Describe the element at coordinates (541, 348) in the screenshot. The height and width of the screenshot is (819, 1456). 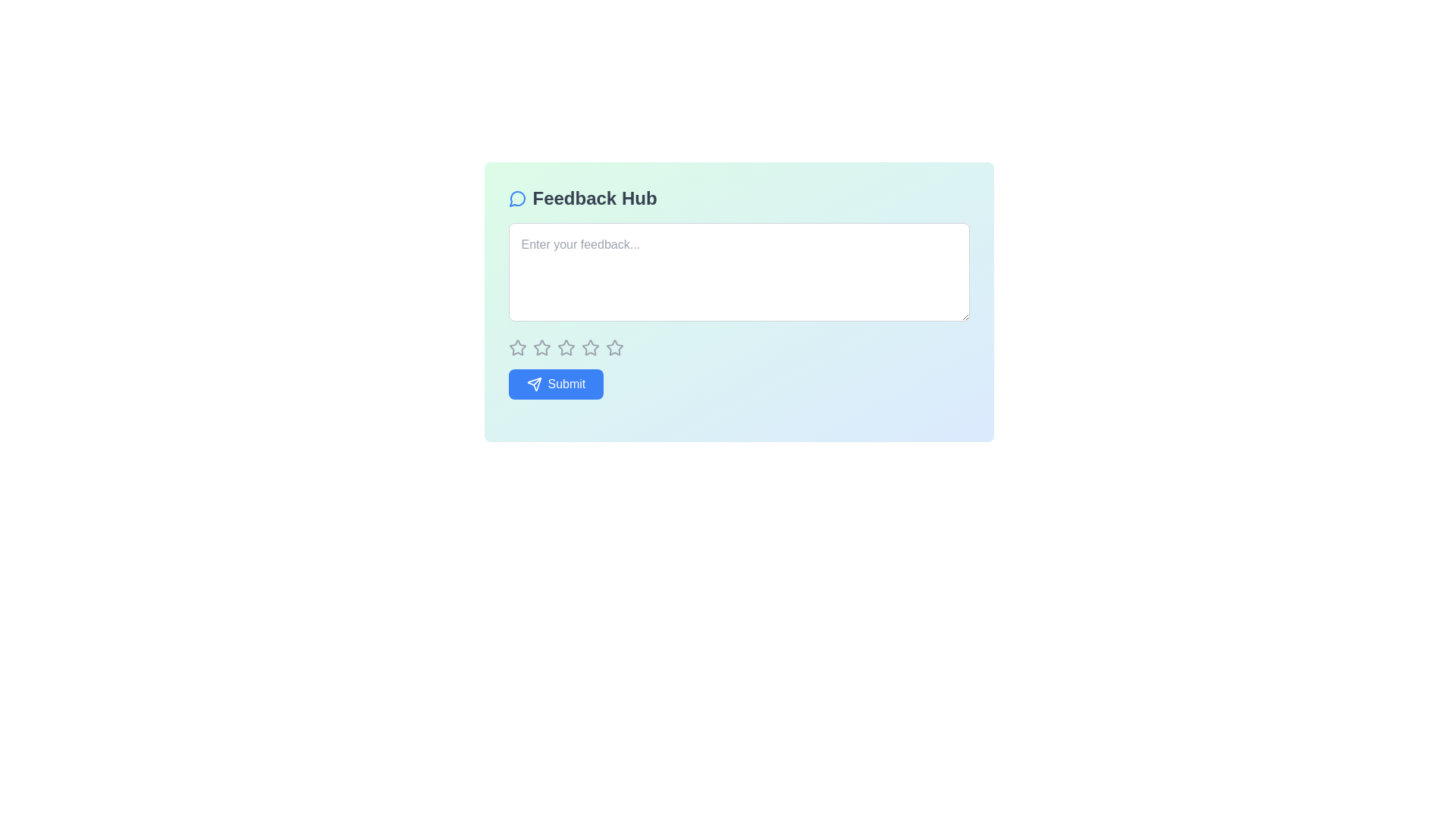
I see `the second star icon in the group of five rating stars below the feedback input field` at that location.